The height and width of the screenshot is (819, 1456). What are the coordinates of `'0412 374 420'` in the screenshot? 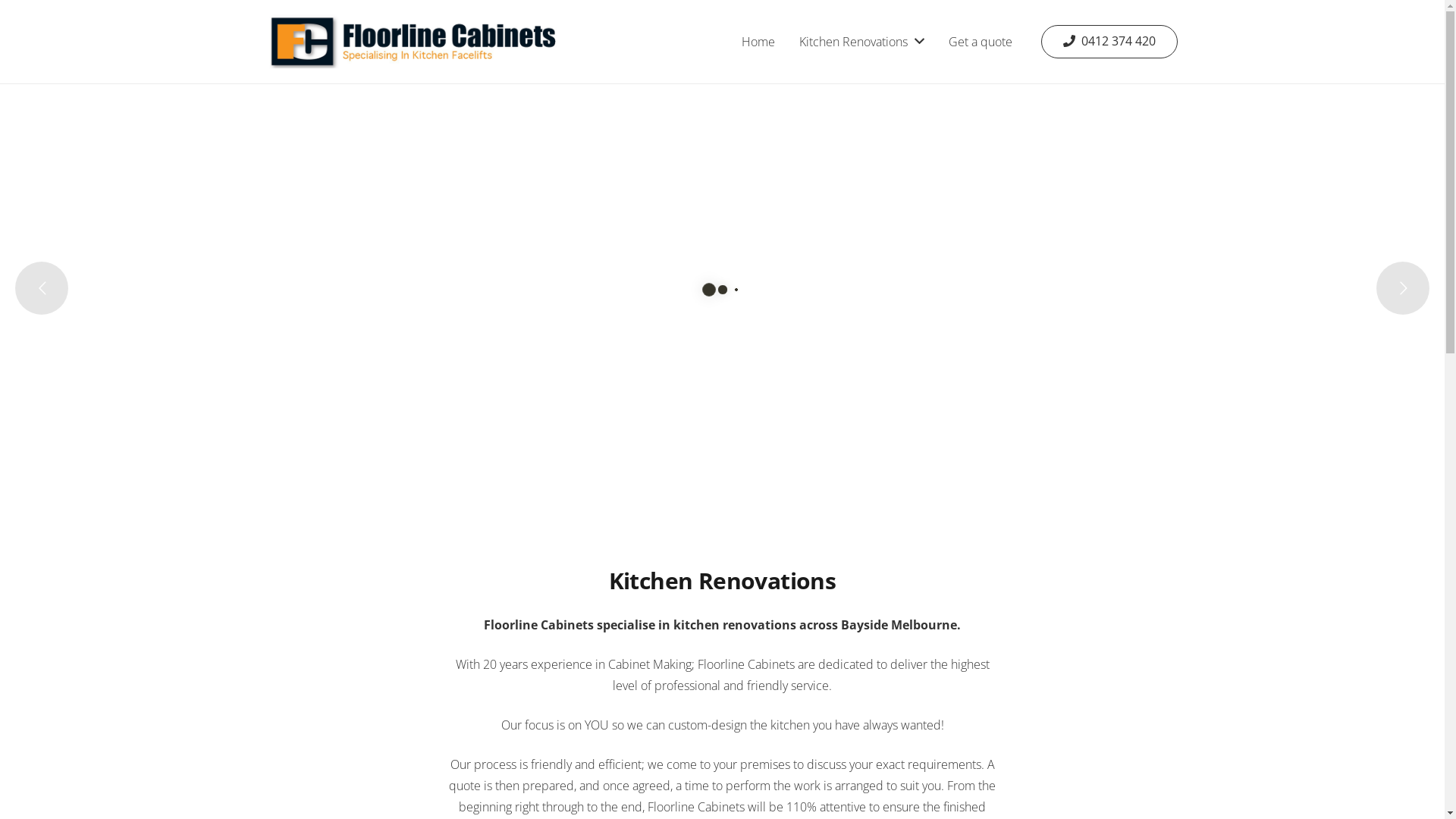 It's located at (1109, 41).